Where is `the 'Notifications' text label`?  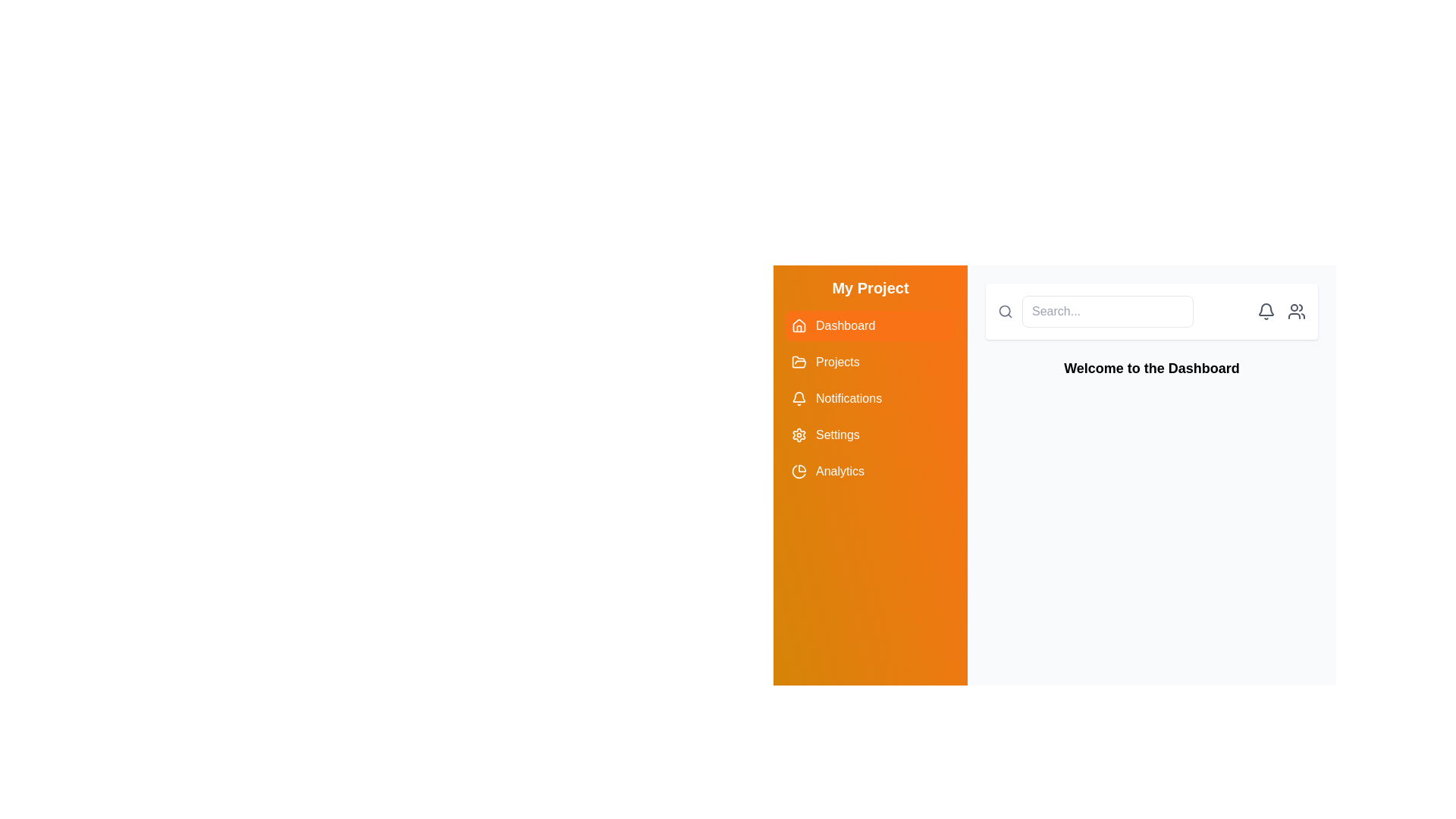
the 'Notifications' text label is located at coordinates (848, 397).